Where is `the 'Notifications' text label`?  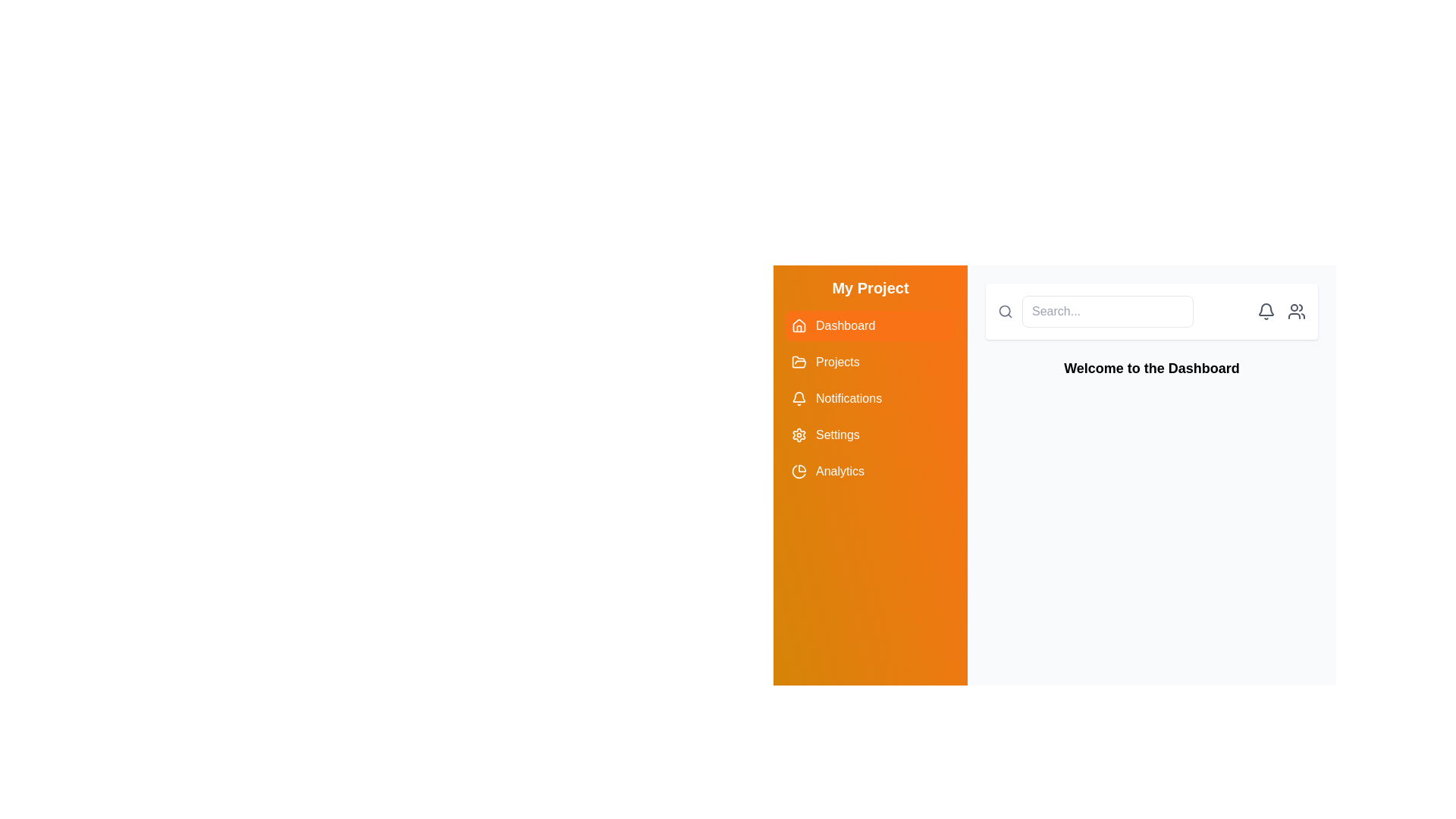
the 'Notifications' text label is located at coordinates (848, 397).